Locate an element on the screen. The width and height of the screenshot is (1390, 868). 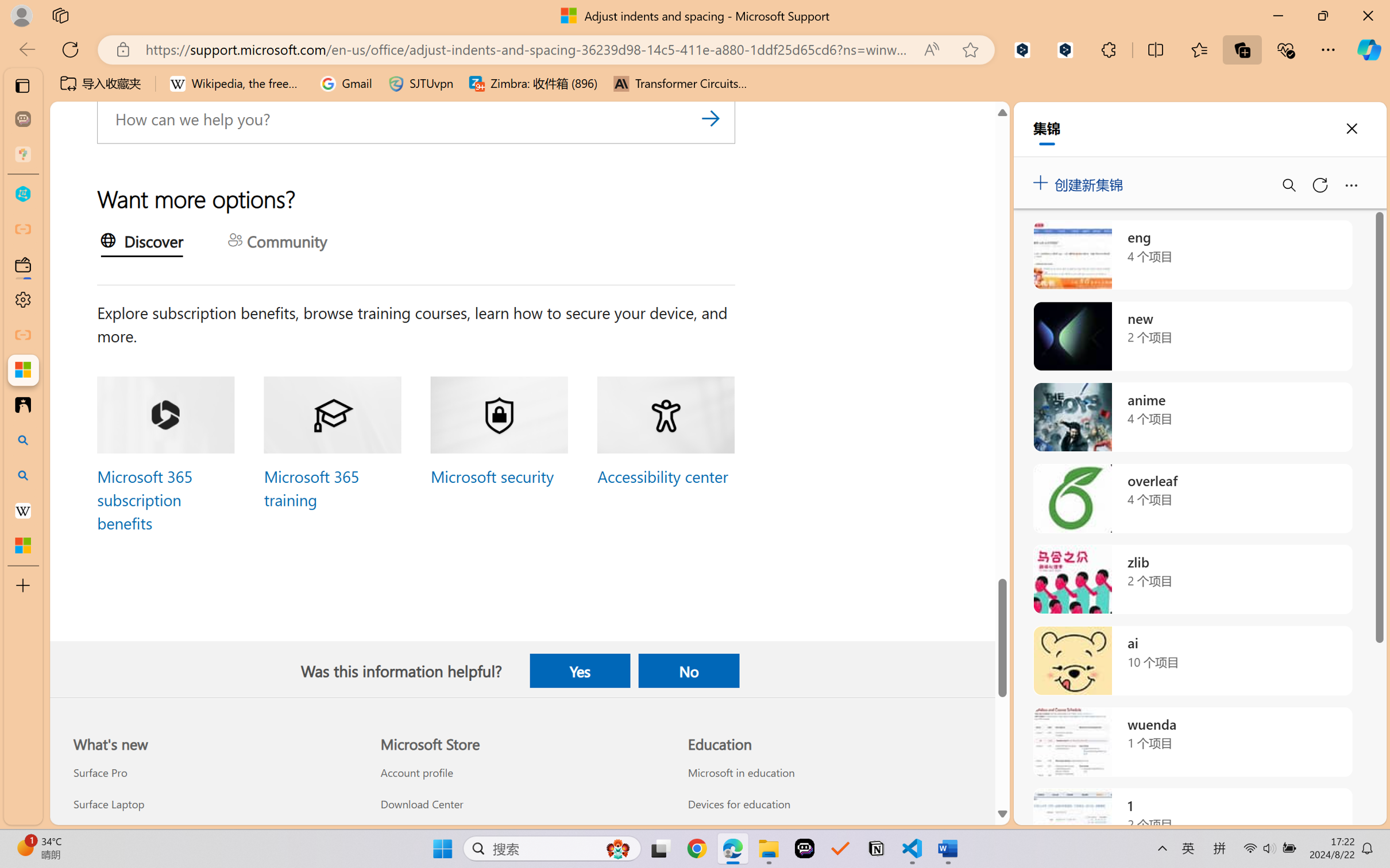
'Devices for education Education' is located at coordinates (738, 803).